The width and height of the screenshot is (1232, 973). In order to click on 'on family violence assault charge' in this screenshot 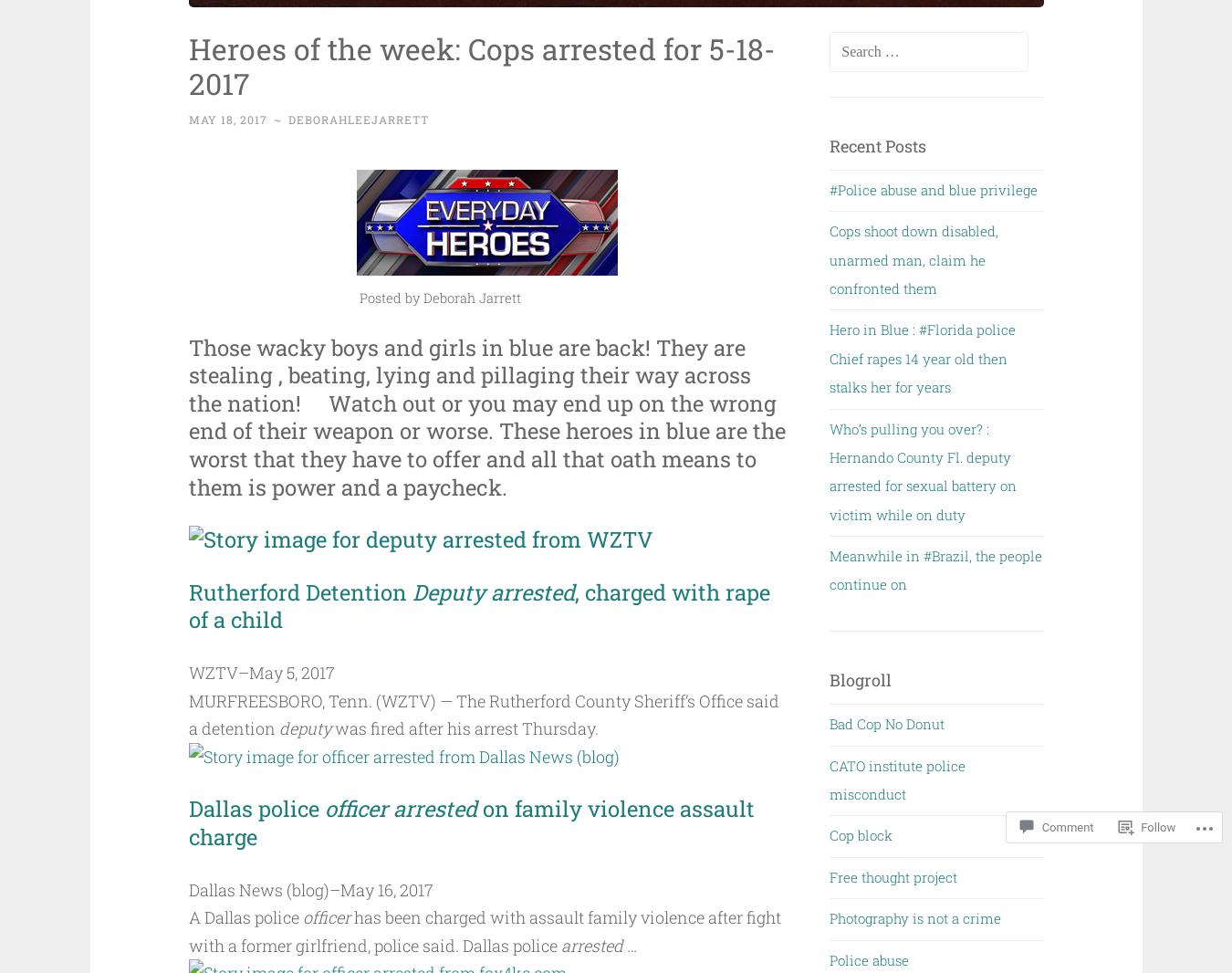, I will do `click(472, 821)`.